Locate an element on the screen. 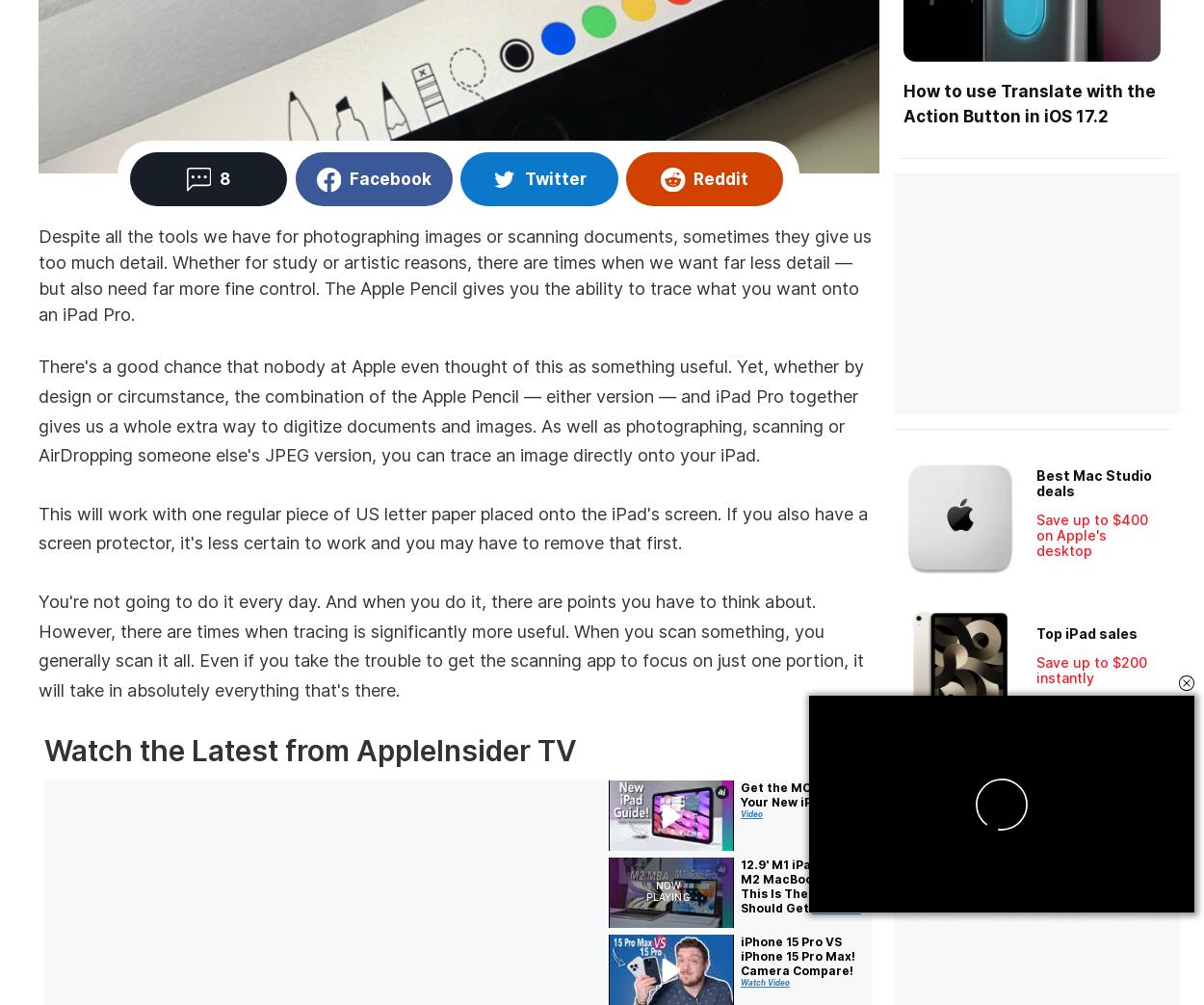 This screenshot has height=1005, width=1204. 'Save up to $400 on Apple's desktop' is located at coordinates (1092, 534).